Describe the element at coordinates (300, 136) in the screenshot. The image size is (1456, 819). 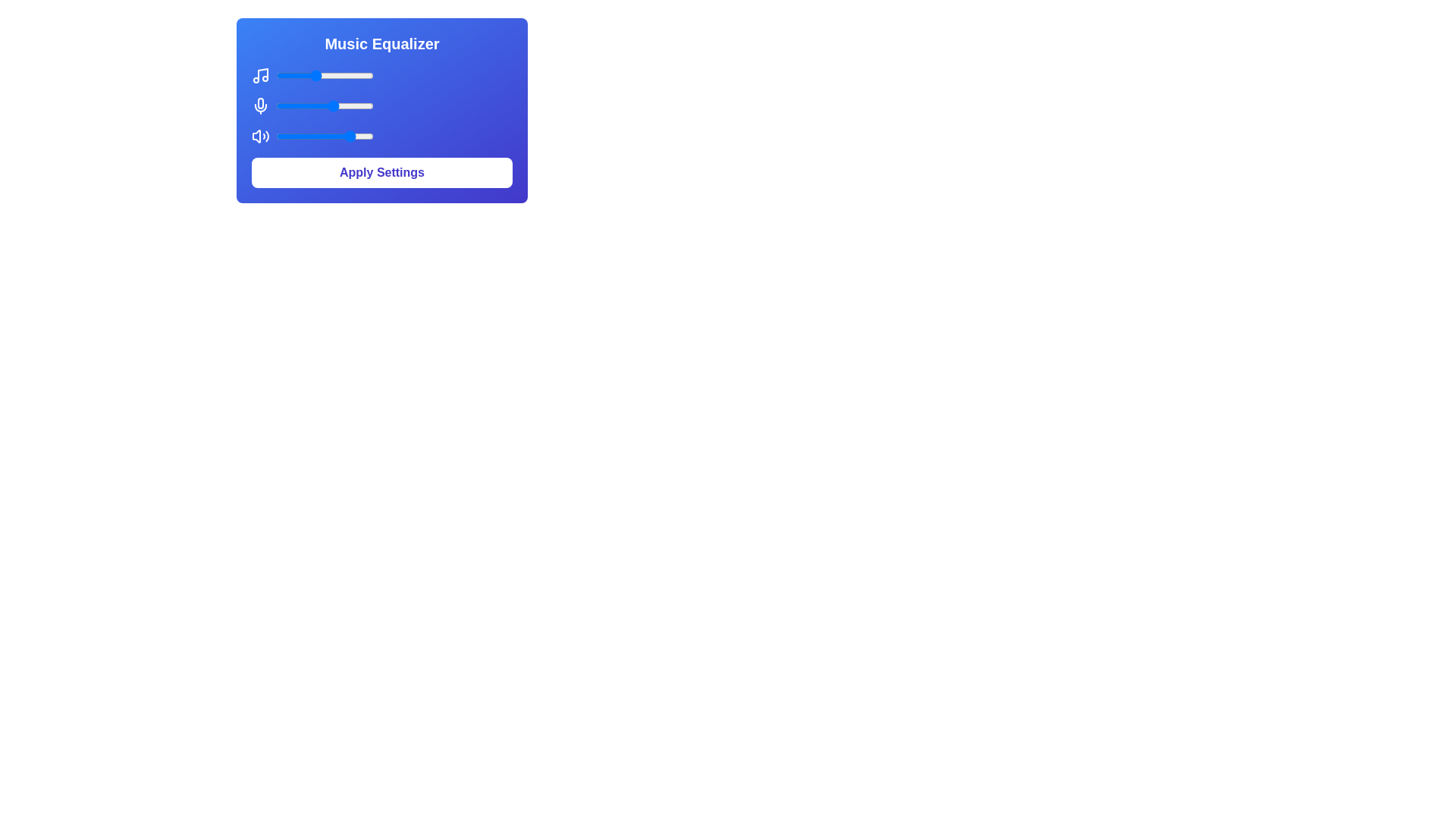
I see `the volume` at that location.